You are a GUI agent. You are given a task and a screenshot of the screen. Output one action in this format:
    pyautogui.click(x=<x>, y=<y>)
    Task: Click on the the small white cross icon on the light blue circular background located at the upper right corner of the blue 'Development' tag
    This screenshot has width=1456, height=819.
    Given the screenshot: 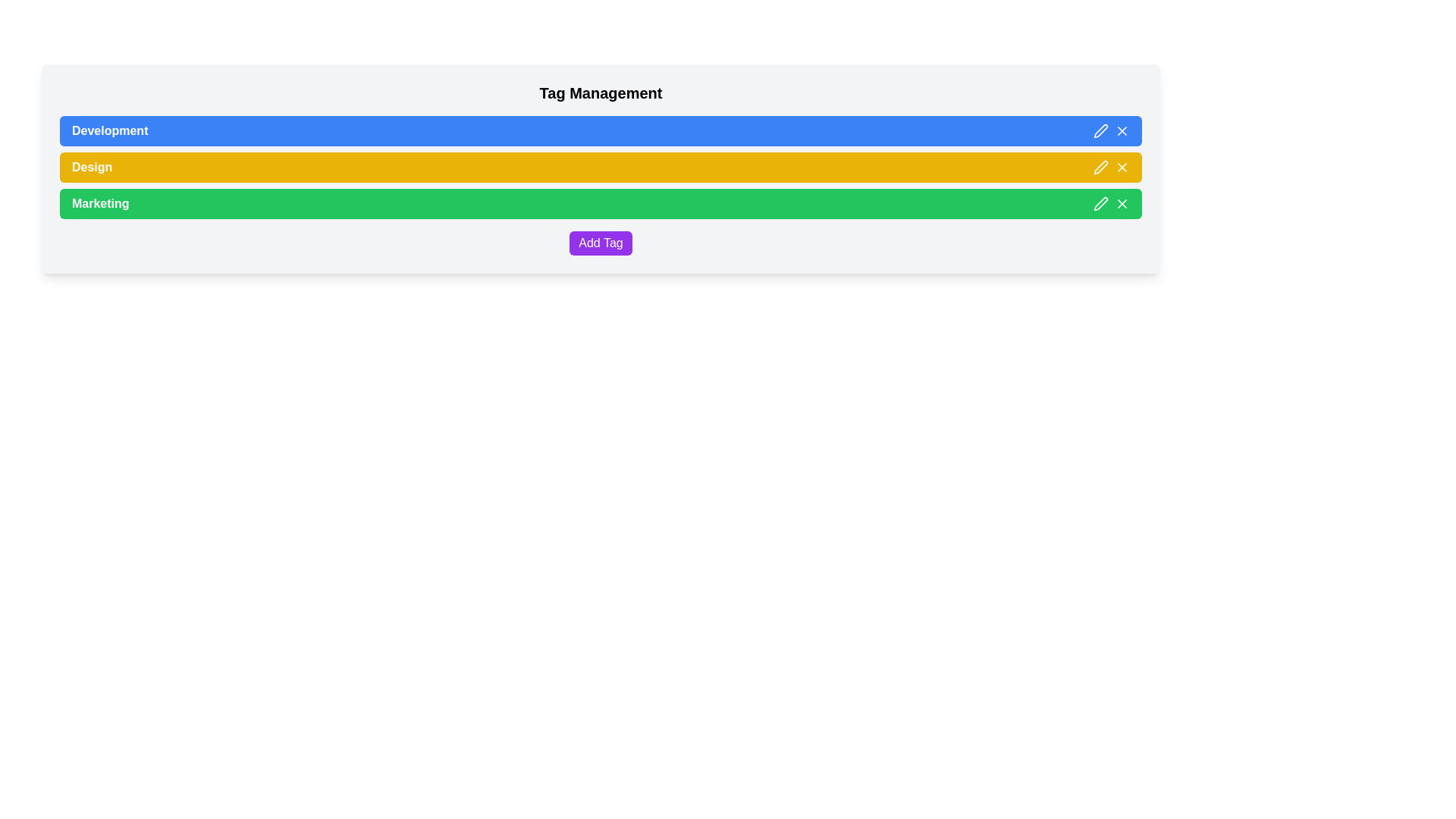 What is the action you would take?
    pyautogui.click(x=1122, y=130)
    